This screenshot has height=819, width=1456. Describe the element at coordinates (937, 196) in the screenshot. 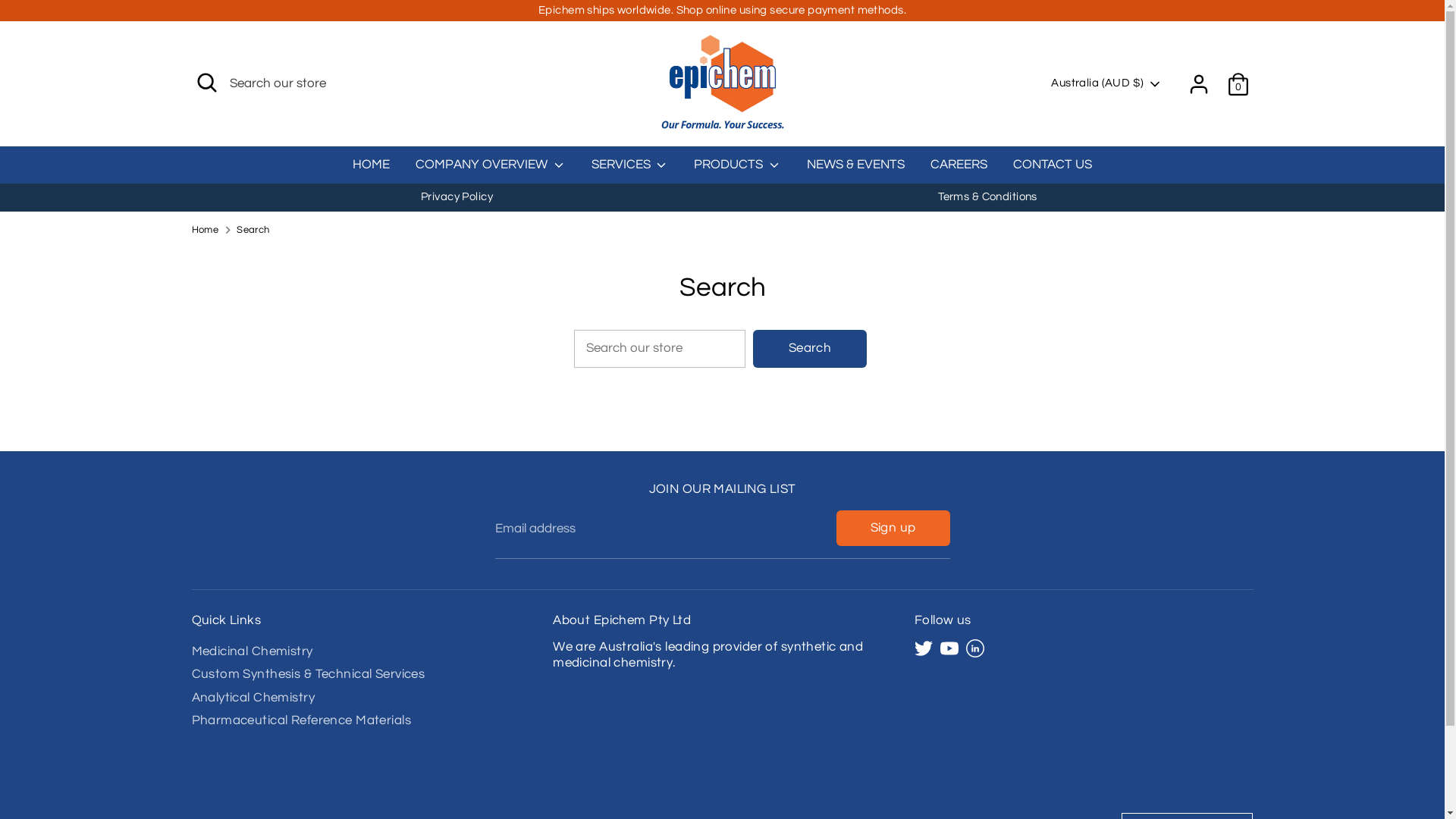

I see `'Terms & Conditions'` at that location.